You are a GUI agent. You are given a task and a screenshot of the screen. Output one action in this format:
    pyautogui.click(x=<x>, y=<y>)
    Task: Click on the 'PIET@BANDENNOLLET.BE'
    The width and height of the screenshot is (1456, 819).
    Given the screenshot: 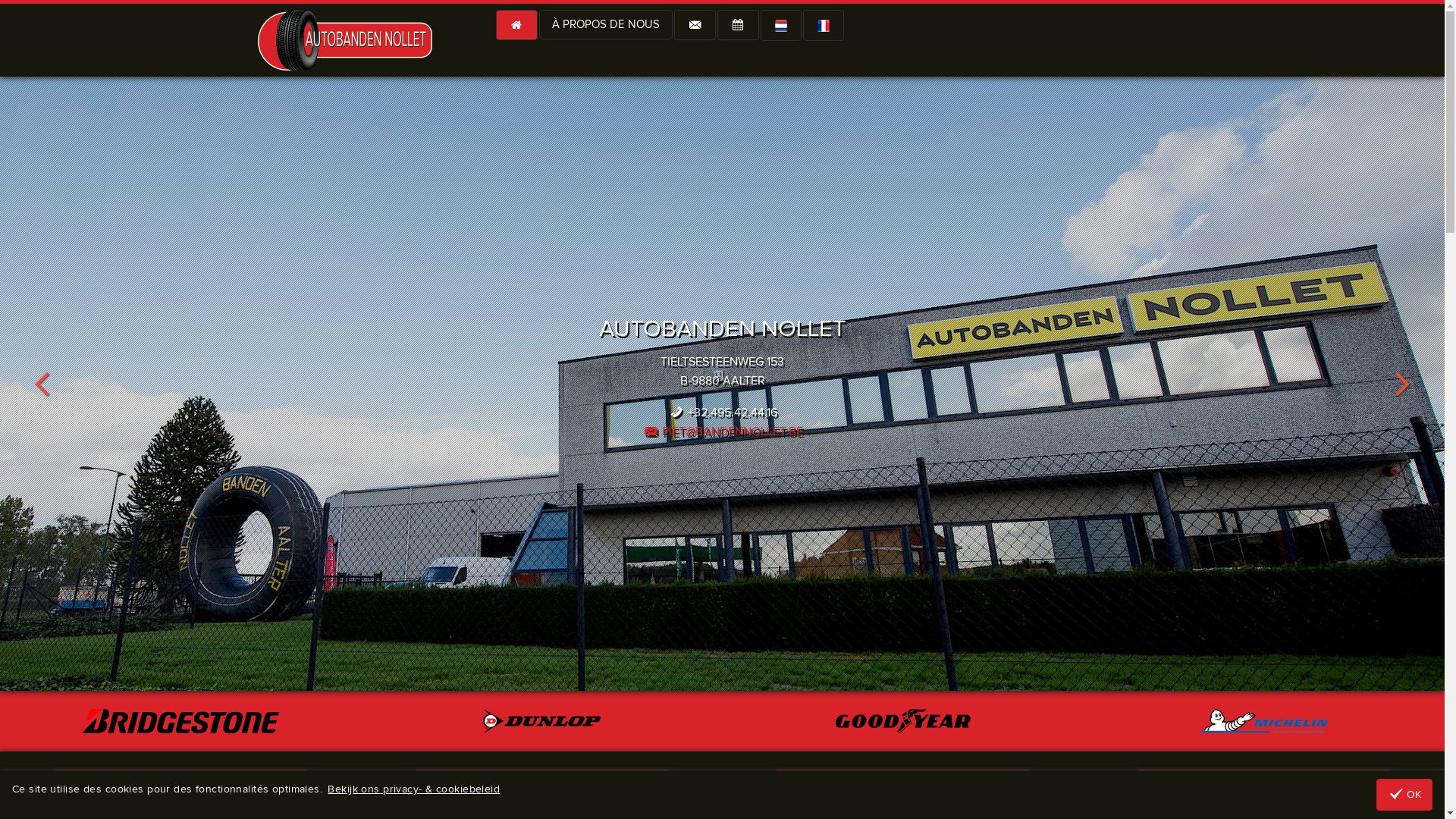 What is the action you would take?
    pyautogui.click(x=720, y=431)
    